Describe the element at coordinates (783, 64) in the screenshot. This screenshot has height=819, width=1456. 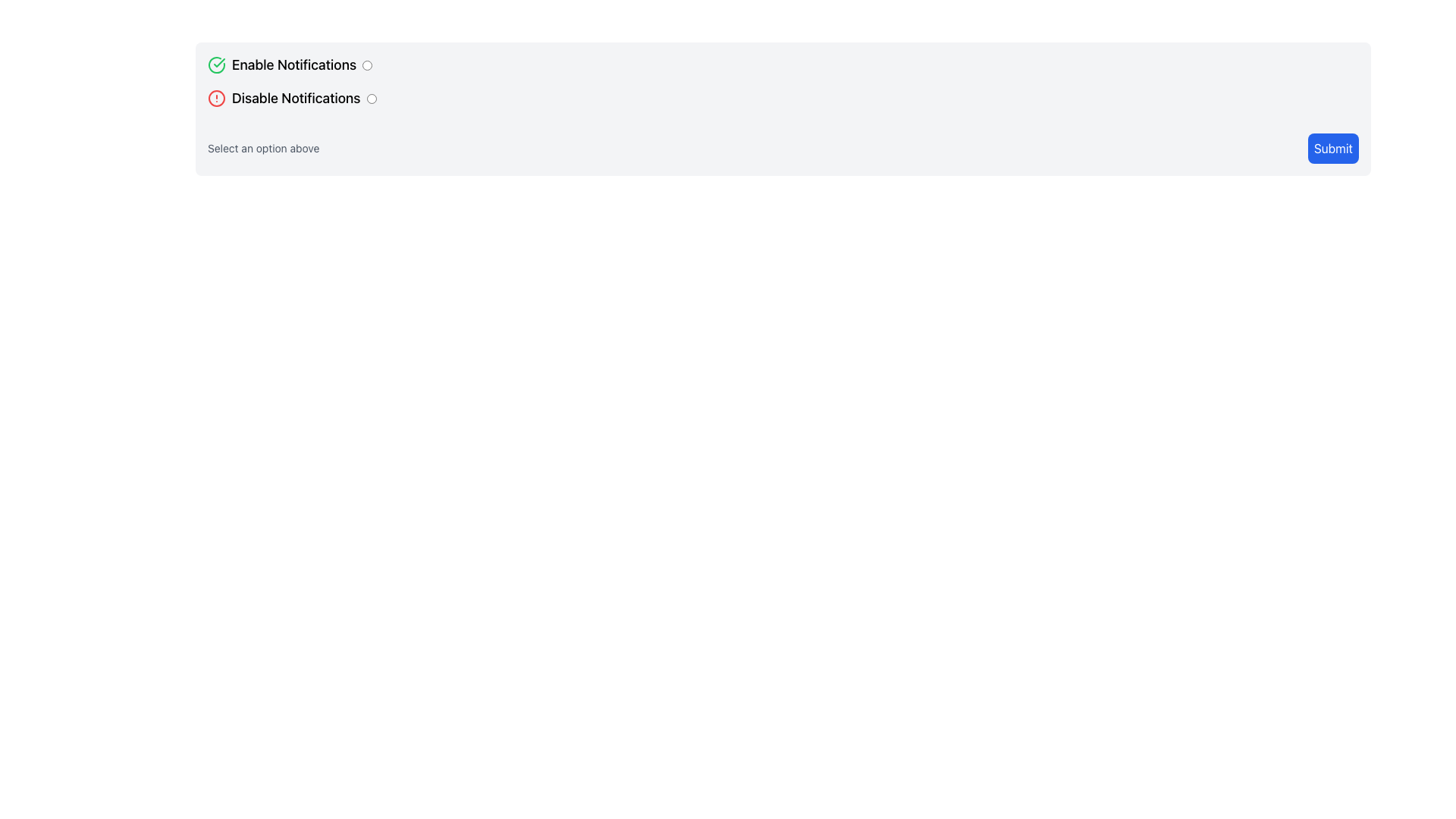
I see `the checkbox labeled 'Enable Notifications'` at that location.